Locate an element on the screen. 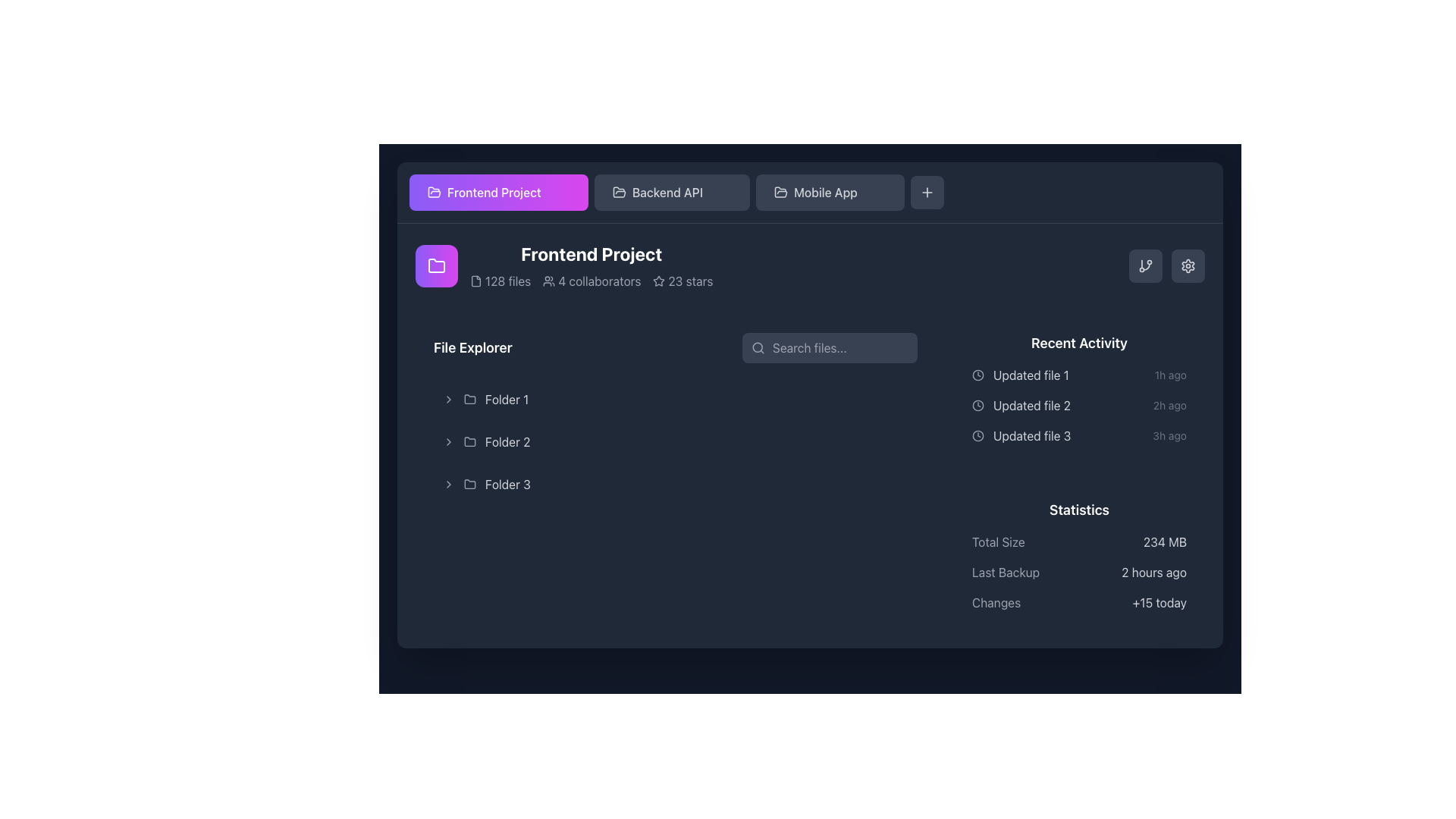 Image resolution: width=1456 pixels, height=819 pixels. the right-facing chevron icon located is located at coordinates (447, 441).